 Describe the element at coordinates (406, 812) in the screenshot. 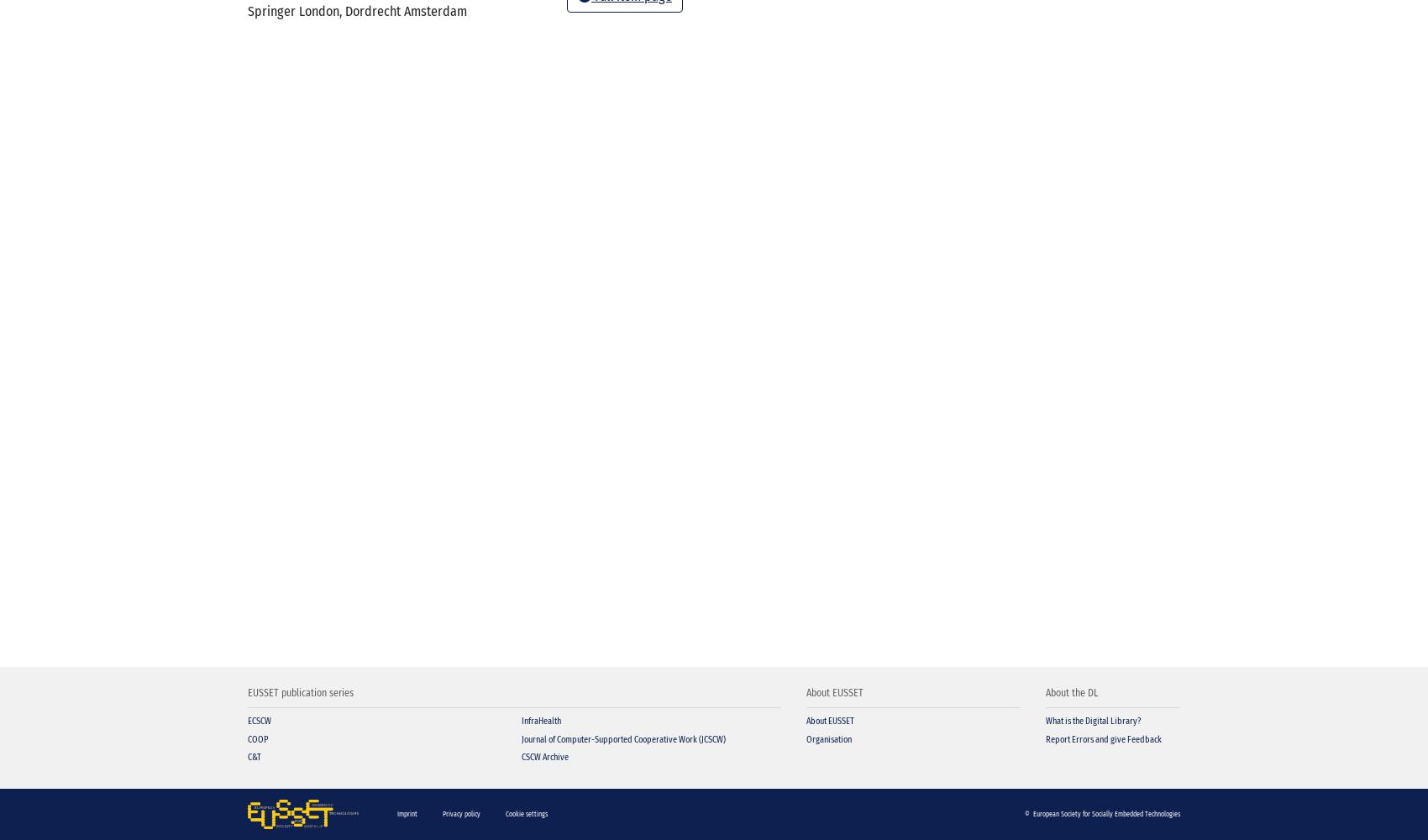

I see `'Imprint'` at that location.